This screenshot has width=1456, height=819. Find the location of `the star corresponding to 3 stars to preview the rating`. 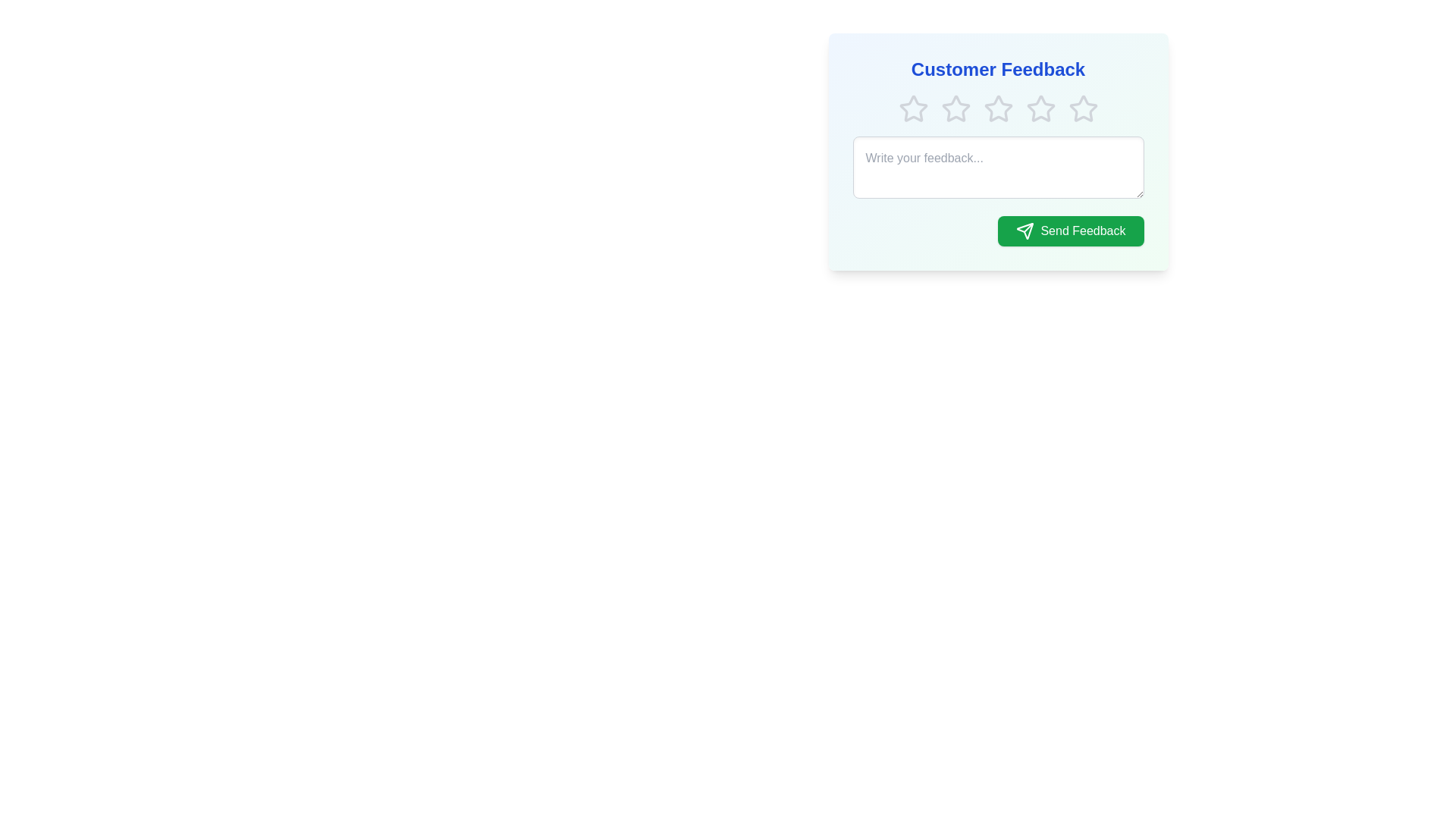

the star corresponding to 3 stars to preview the rating is located at coordinates (998, 108).